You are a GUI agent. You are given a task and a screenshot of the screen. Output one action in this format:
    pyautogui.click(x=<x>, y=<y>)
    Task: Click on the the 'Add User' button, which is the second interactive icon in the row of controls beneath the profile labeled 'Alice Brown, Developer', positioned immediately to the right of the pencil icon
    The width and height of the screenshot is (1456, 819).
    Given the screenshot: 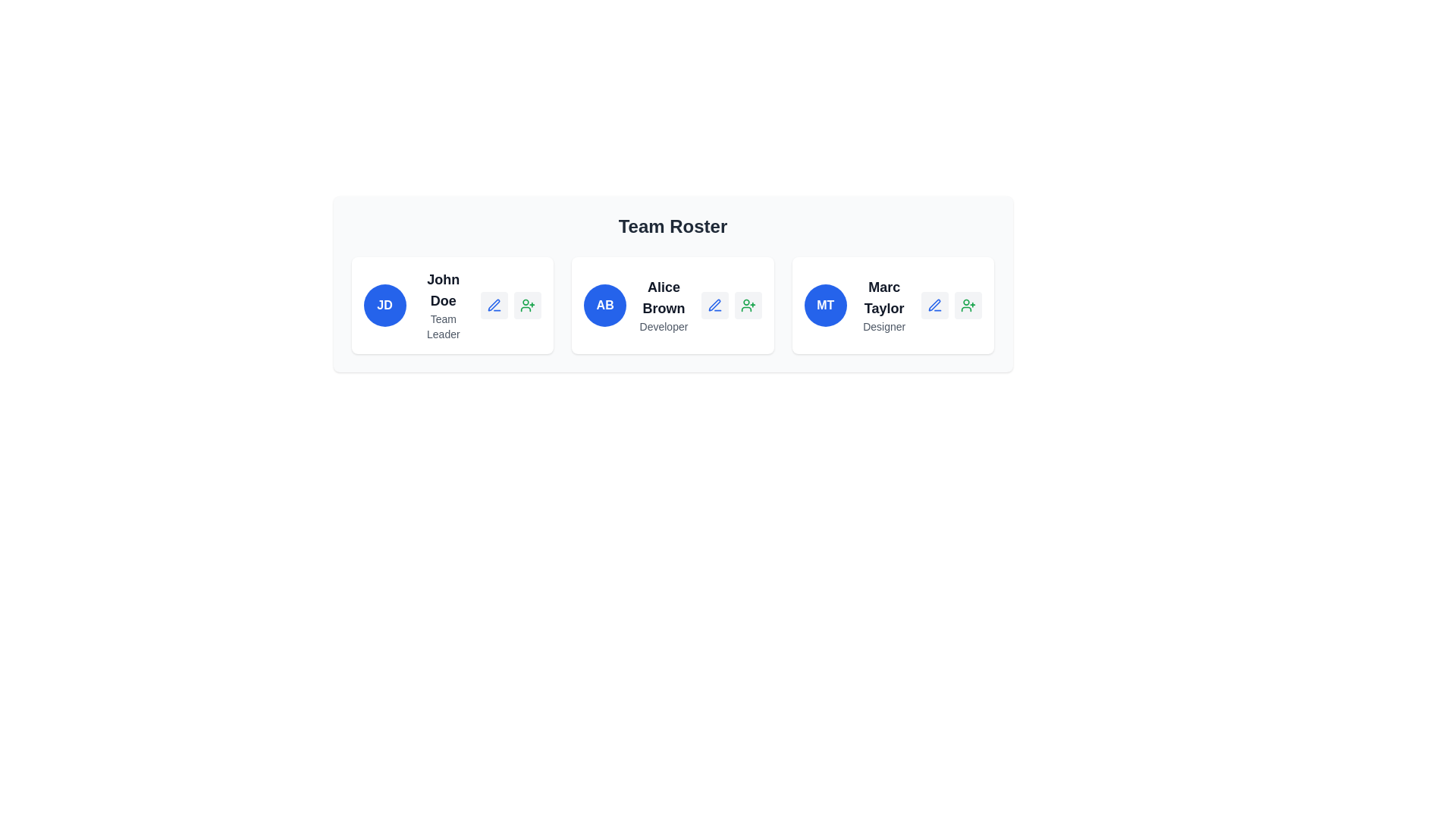 What is the action you would take?
    pyautogui.click(x=748, y=305)
    